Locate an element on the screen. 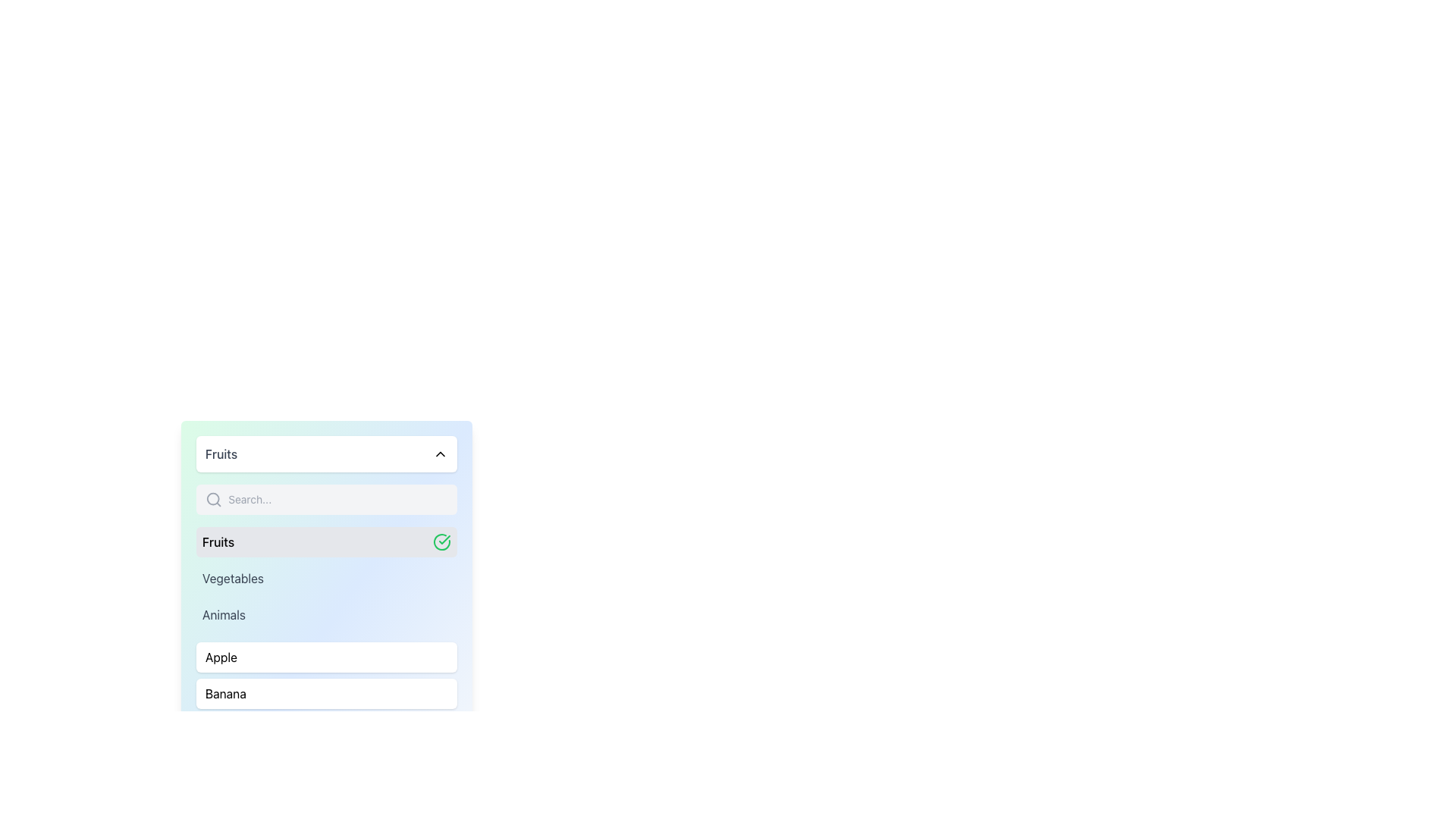 The height and width of the screenshot is (819, 1456). the 'Apple' text label from the dropdown menu is located at coordinates (221, 657).